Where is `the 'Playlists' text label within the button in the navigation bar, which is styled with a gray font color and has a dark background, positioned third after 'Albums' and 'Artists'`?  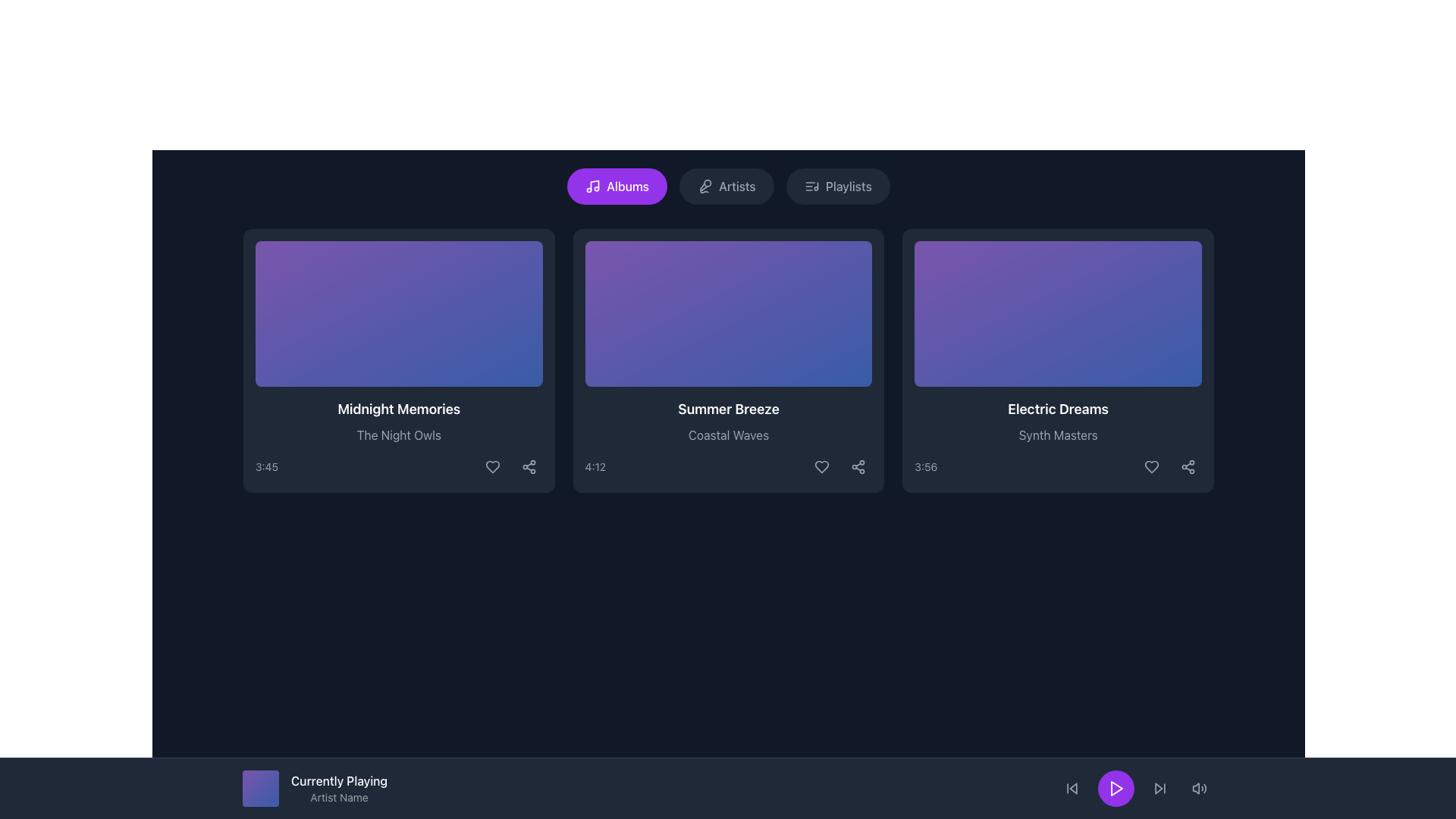
the 'Playlists' text label within the button in the navigation bar, which is styled with a gray font color and has a dark background, positioned third after 'Albums' and 'Artists' is located at coordinates (848, 186).